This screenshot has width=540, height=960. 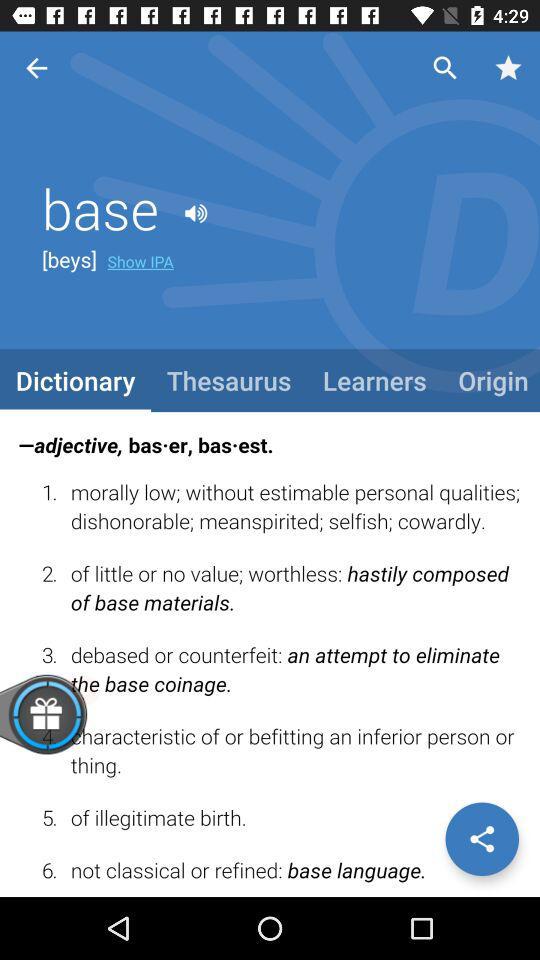 I want to click on the volume icon, so click(x=195, y=214).